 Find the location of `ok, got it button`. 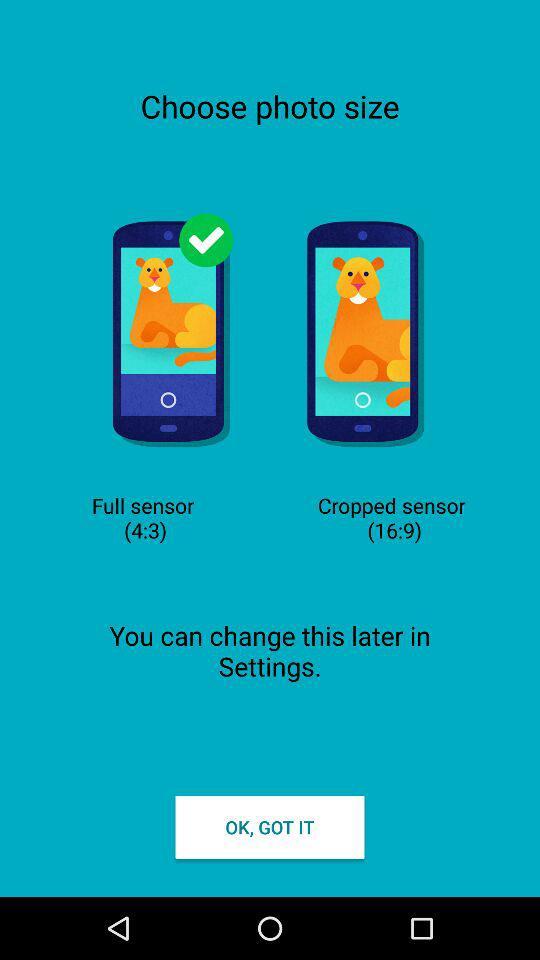

ok, got it button is located at coordinates (270, 827).